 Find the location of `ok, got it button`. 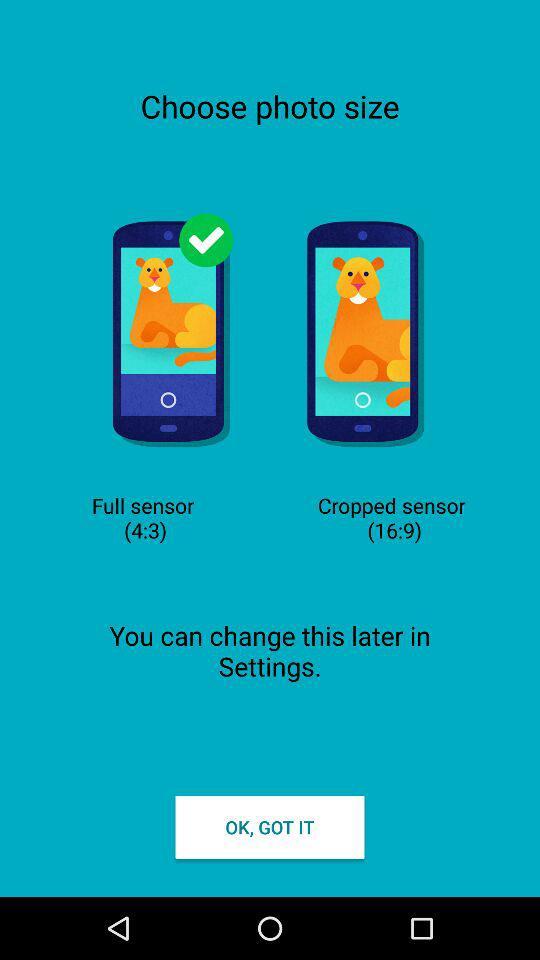

ok, got it button is located at coordinates (270, 827).